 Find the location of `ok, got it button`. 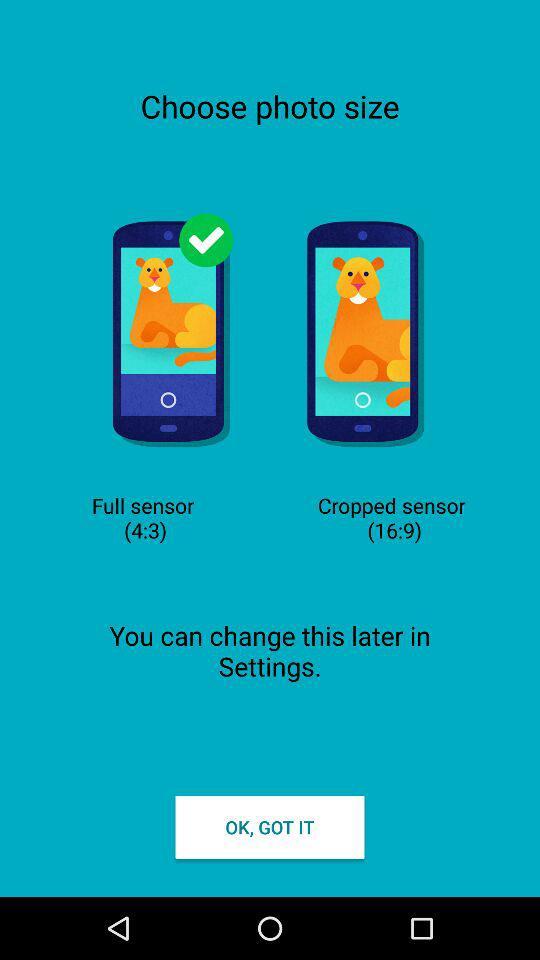

ok, got it button is located at coordinates (270, 827).